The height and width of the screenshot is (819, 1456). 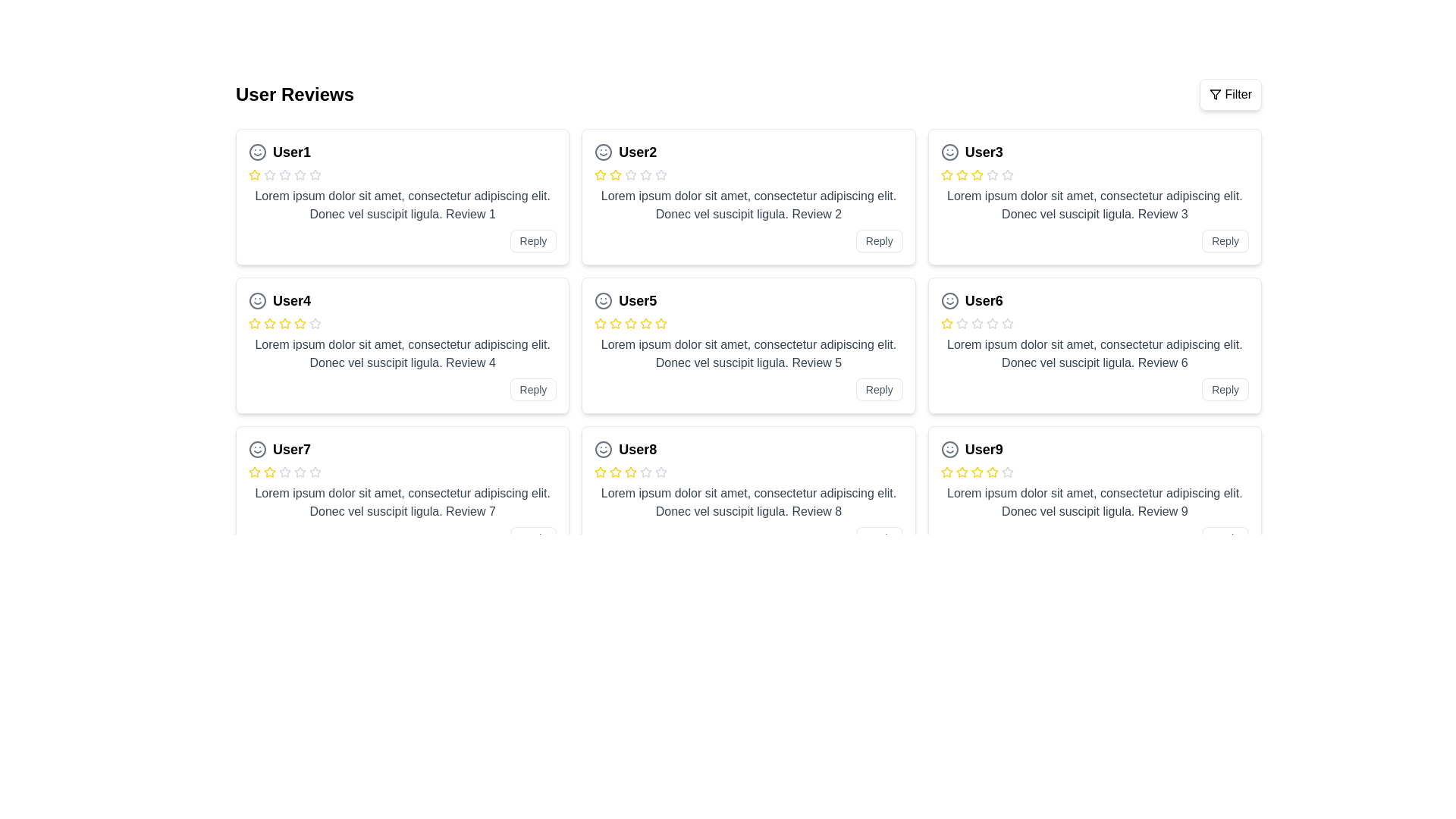 I want to click on the third star icon in the rating system within the review card of User5, so click(x=661, y=322).